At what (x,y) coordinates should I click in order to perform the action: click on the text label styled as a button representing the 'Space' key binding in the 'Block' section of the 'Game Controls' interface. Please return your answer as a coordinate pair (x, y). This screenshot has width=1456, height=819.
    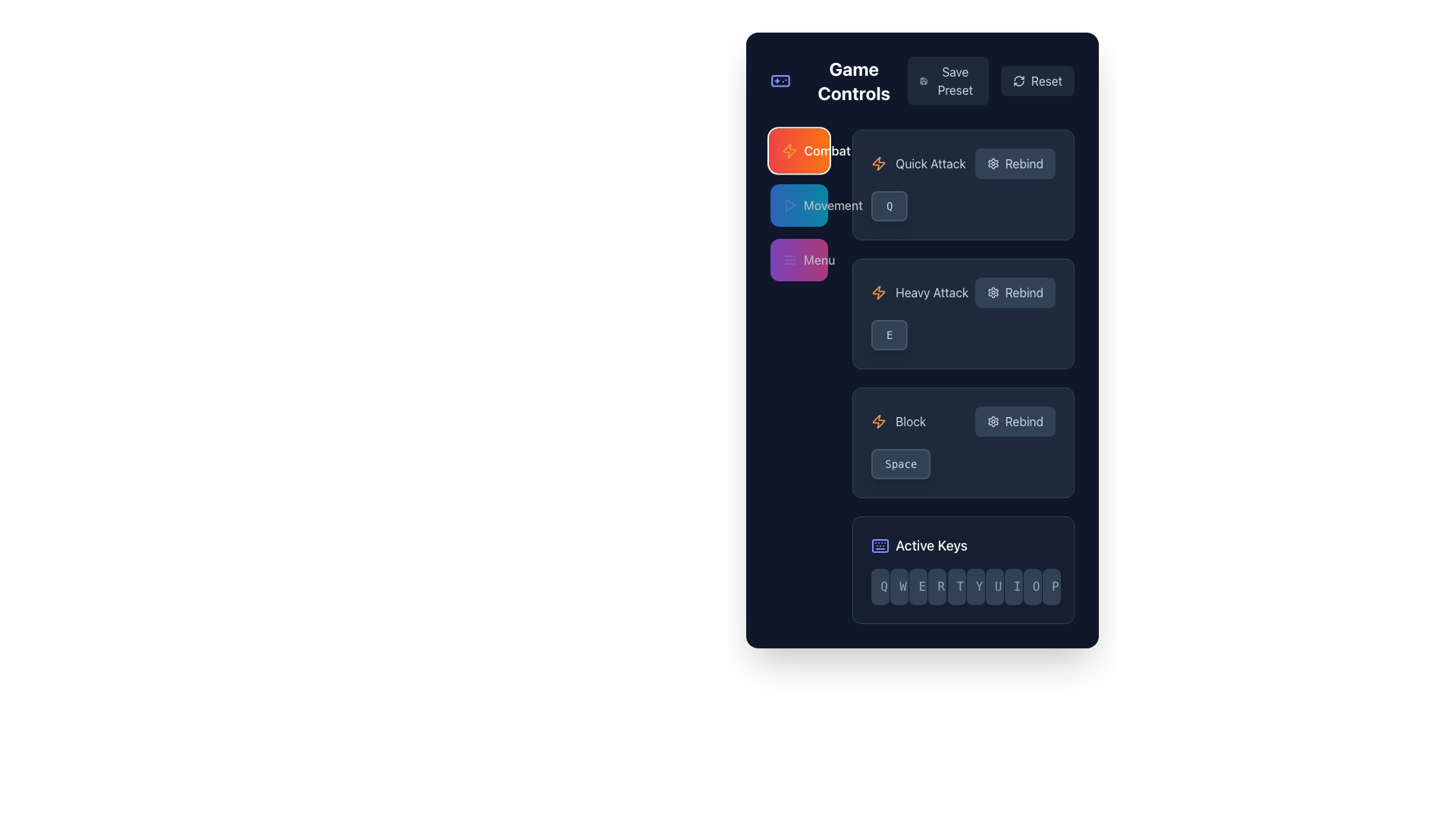
    Looking at the image, I should click on (901, 463).